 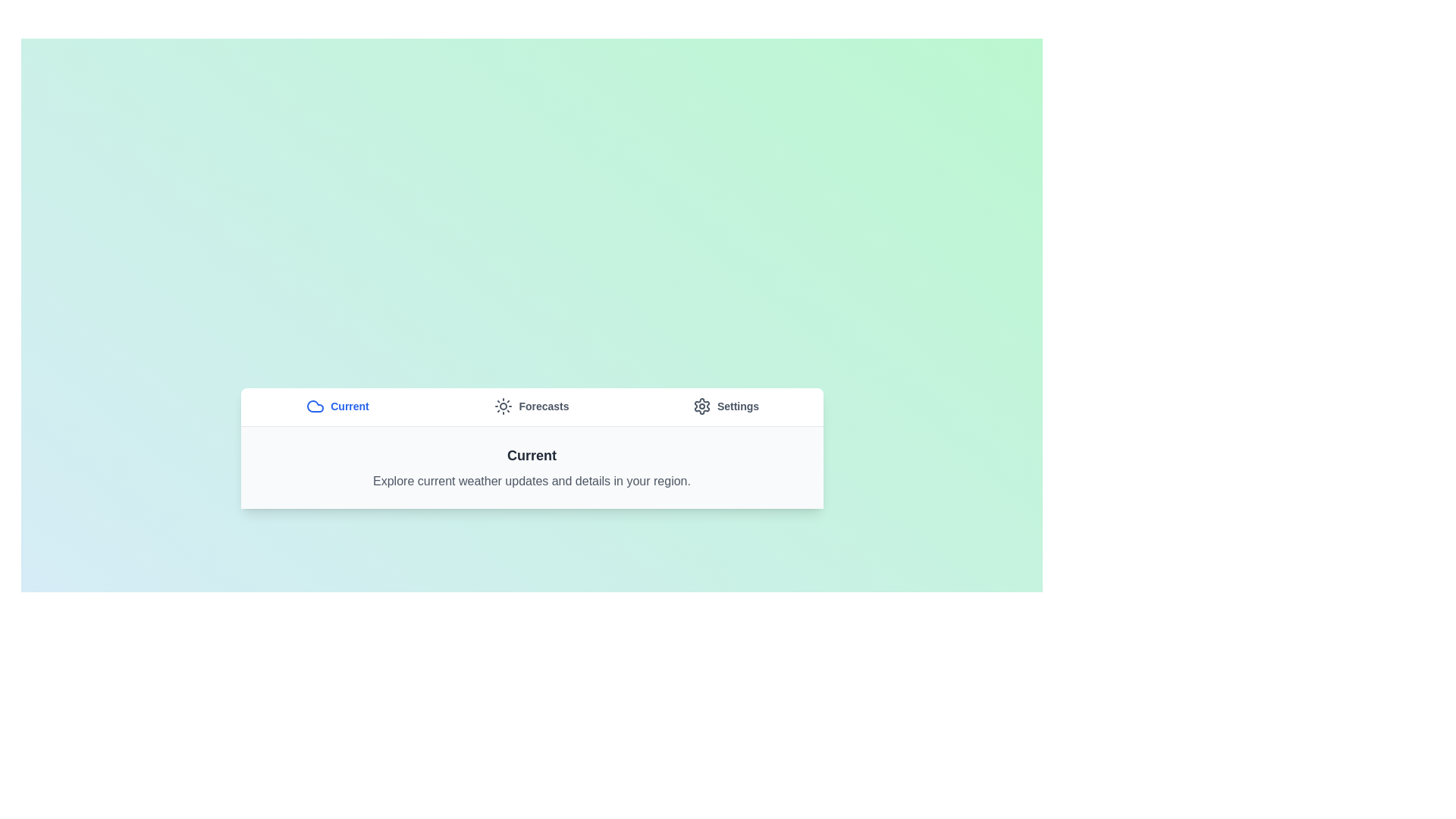 I want to click on the Settings tab, so click(x=725, y=406).